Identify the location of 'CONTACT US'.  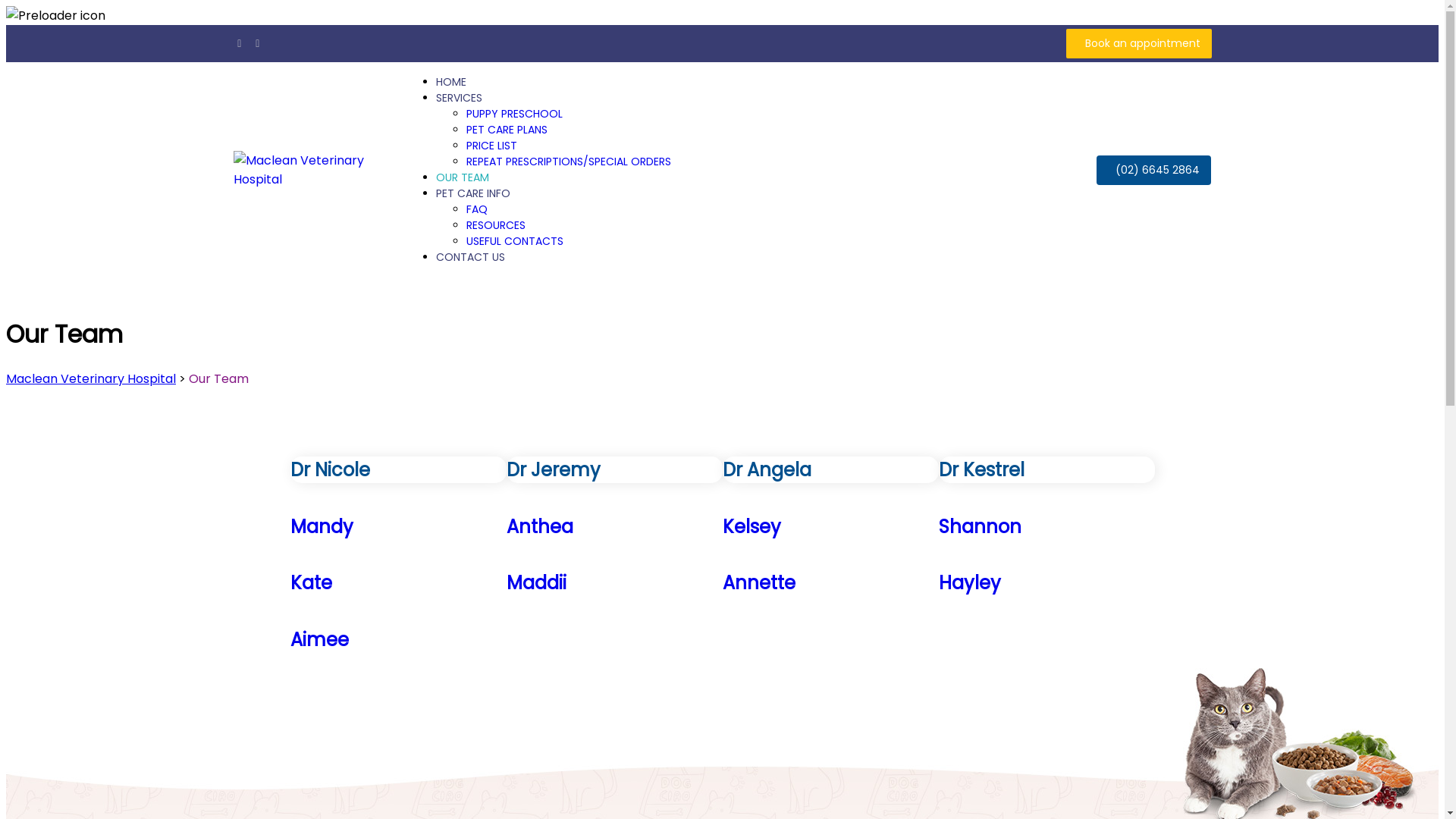
(469, 256).